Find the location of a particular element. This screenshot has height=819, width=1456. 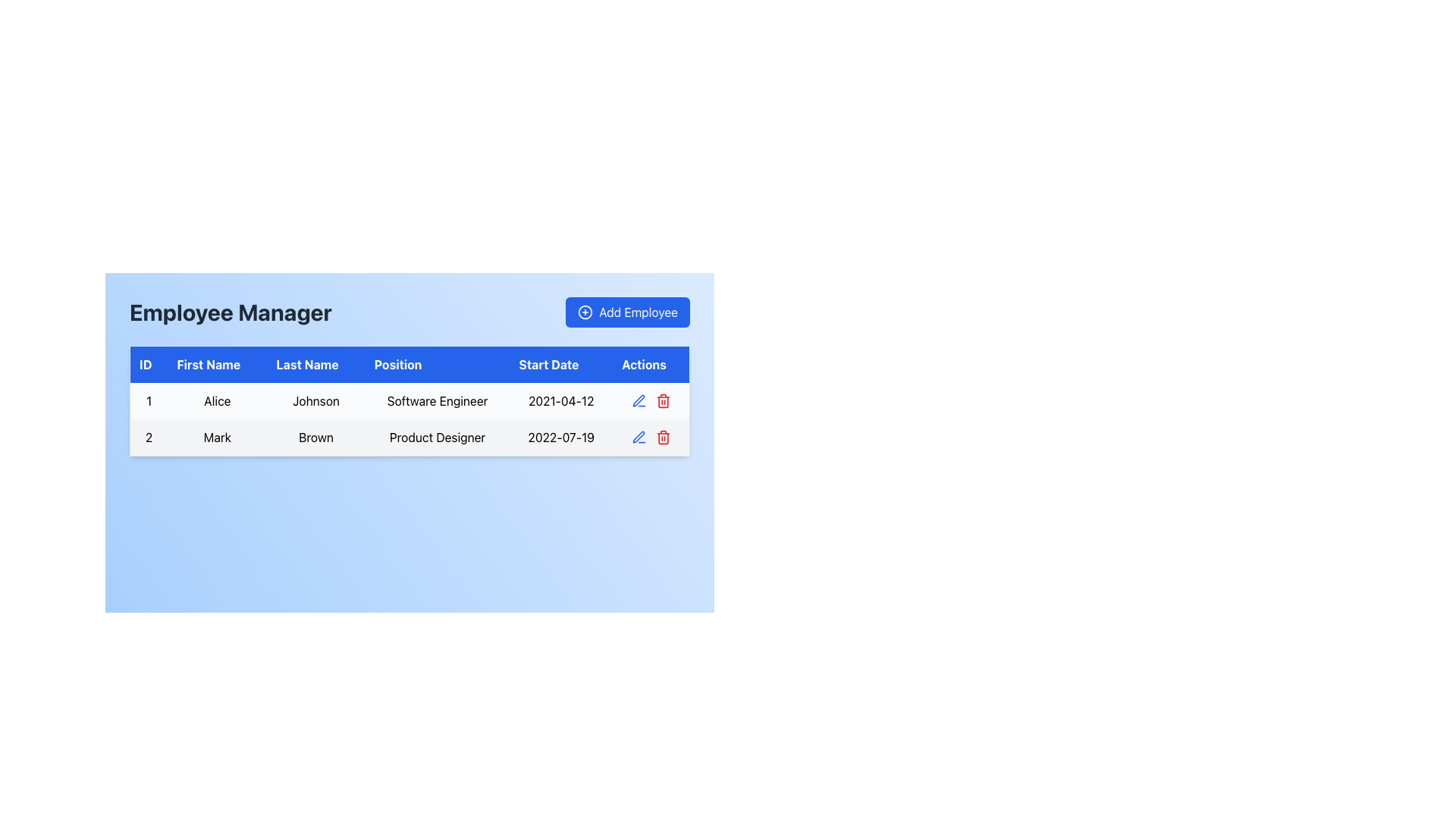

the 'First Name' TableHeader, which is a white text label on a blue background, located in the header row of a table, positioned between the 'ID' and 'Last Name' columns is located at coordinates (216, 364).